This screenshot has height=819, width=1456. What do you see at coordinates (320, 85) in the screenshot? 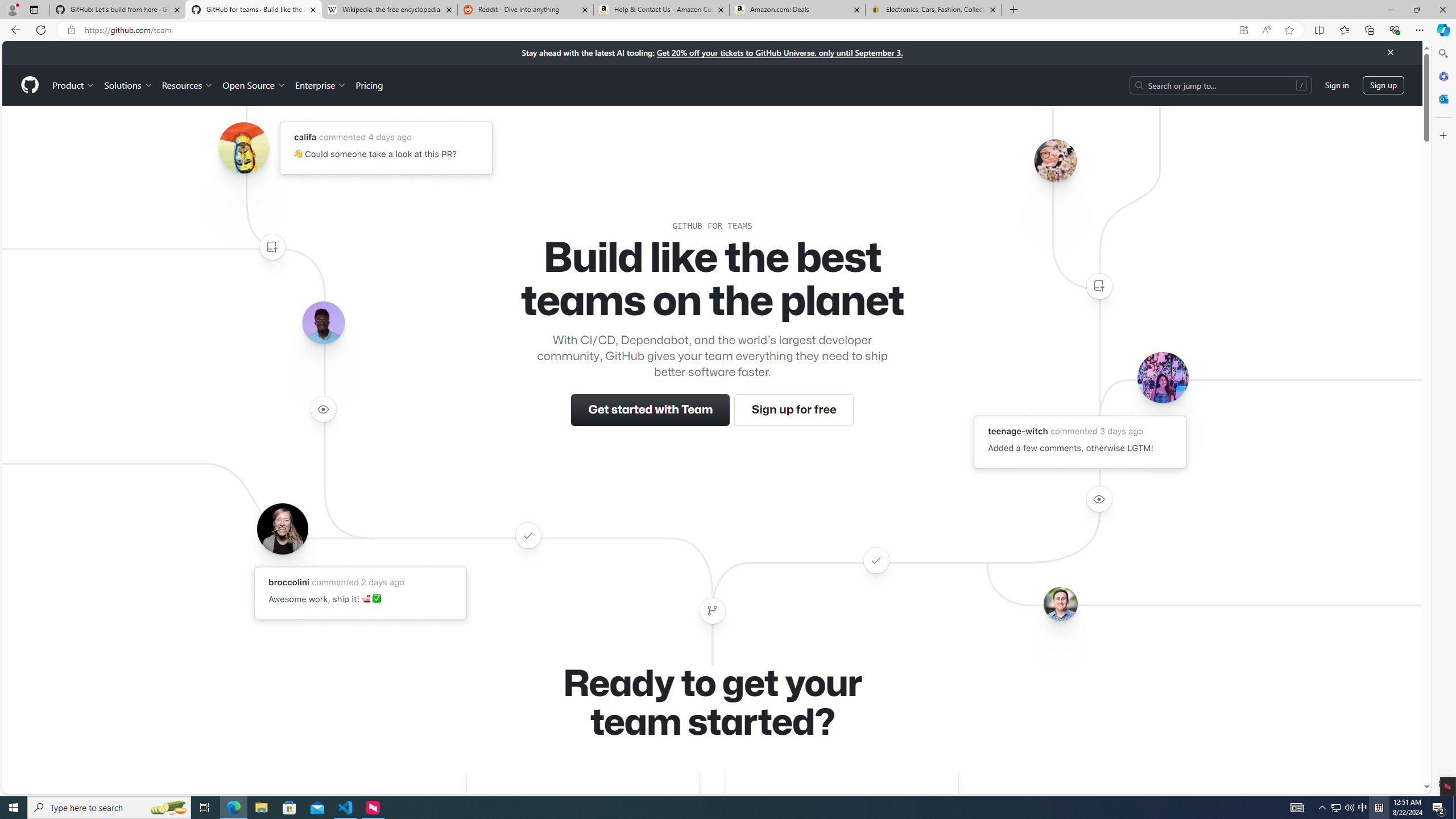
I see `'Enterprise'` at bounding box center [320, 85].